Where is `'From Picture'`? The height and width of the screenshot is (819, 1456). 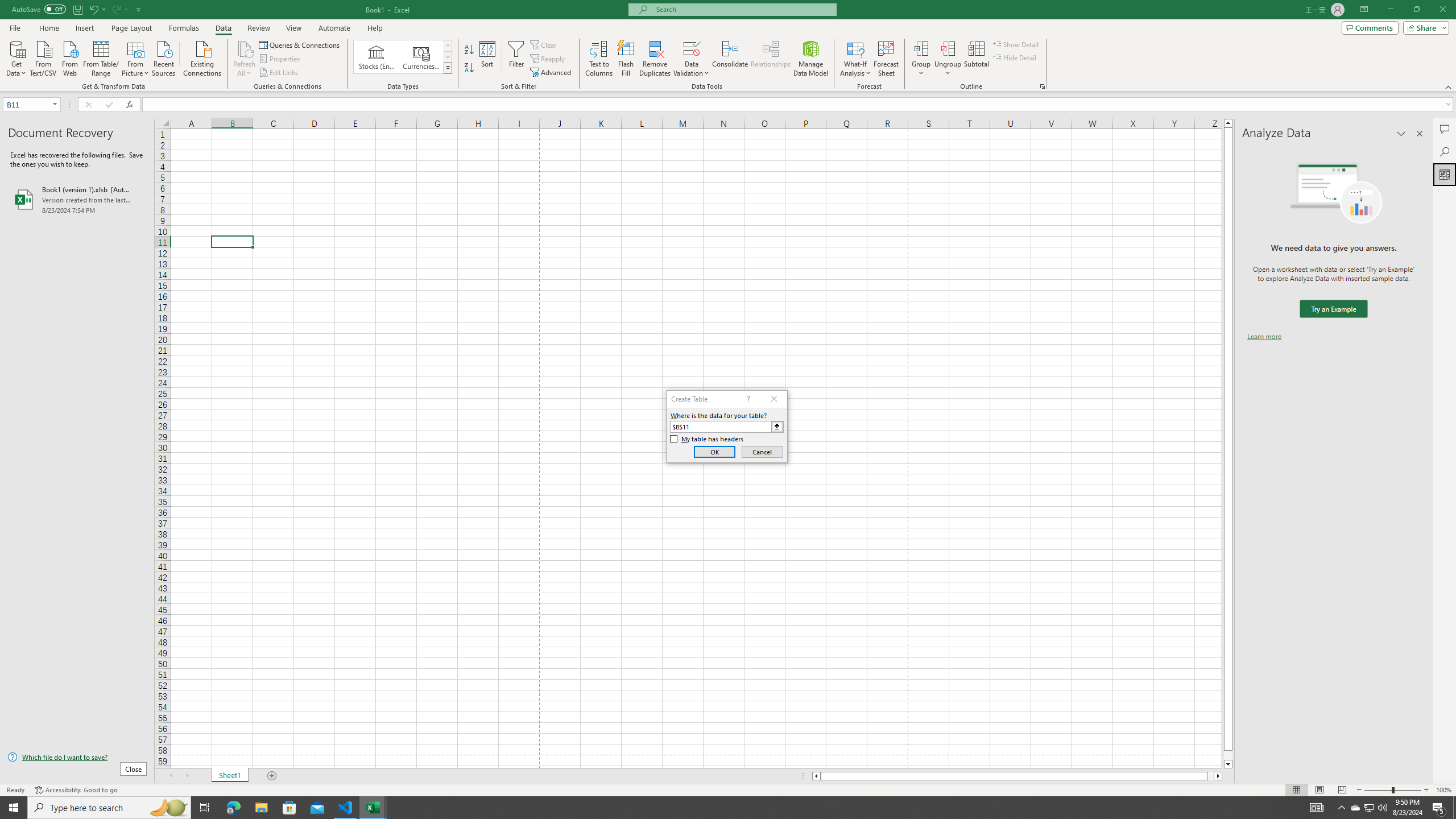 'From Picture' is located at coordinates (136, 57).